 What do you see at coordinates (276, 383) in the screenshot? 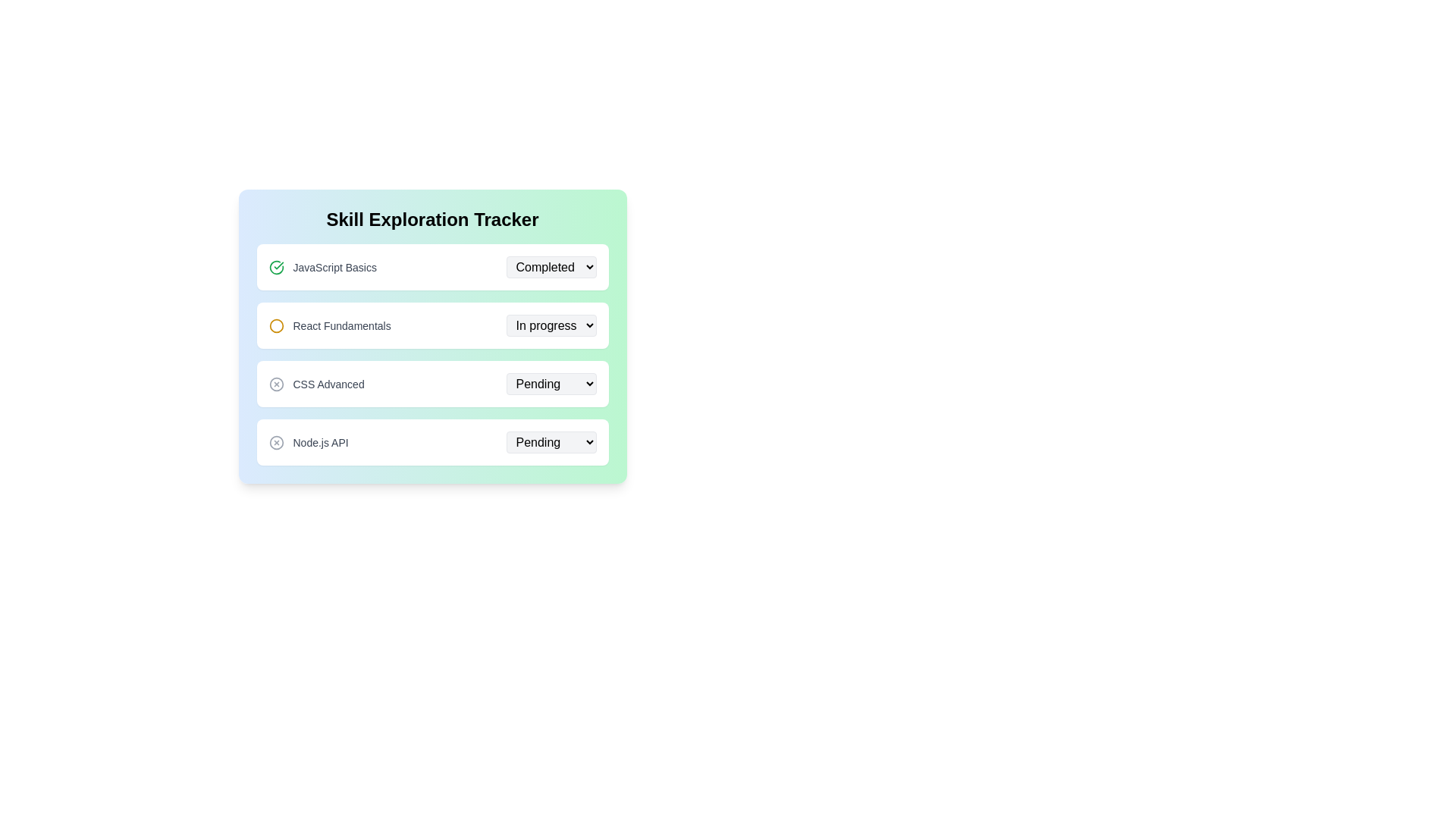
I see `the status indicator icon related to the 'CSS Advanced' item` at bounding box center [276, 383].